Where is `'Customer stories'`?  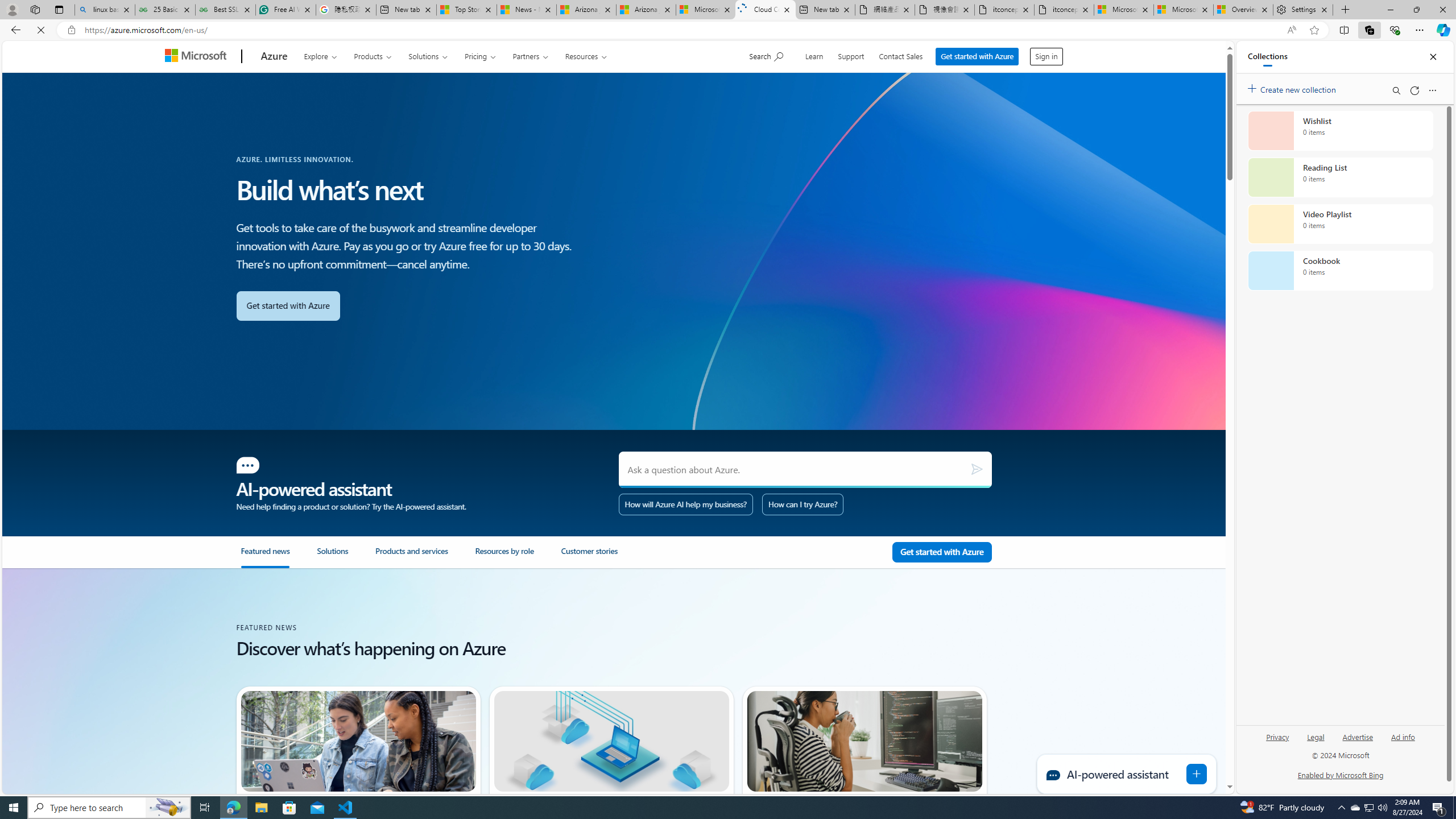 'Customer stories' is located at coordinates (589, 555).